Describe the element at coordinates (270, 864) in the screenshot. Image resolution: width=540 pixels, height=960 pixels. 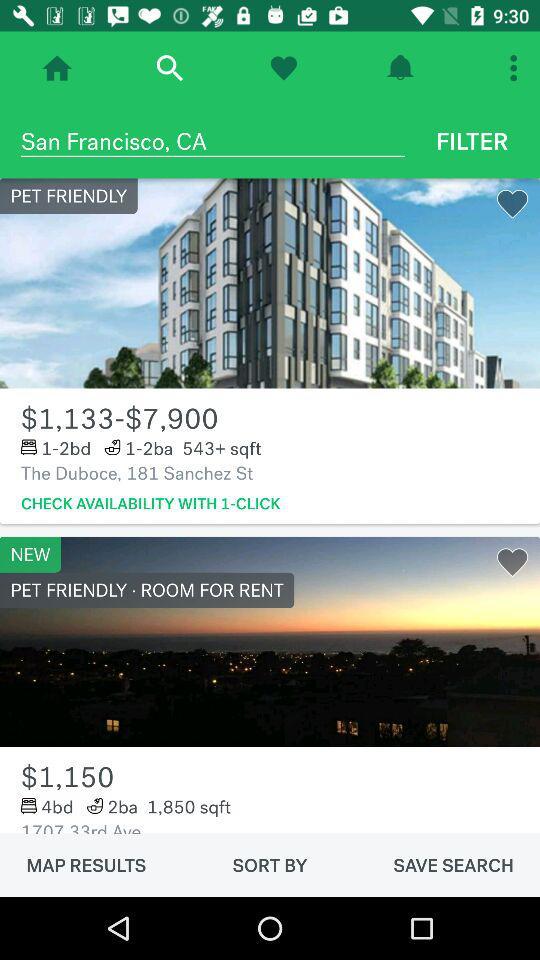
I see `the icon next to the save search item` at that location.